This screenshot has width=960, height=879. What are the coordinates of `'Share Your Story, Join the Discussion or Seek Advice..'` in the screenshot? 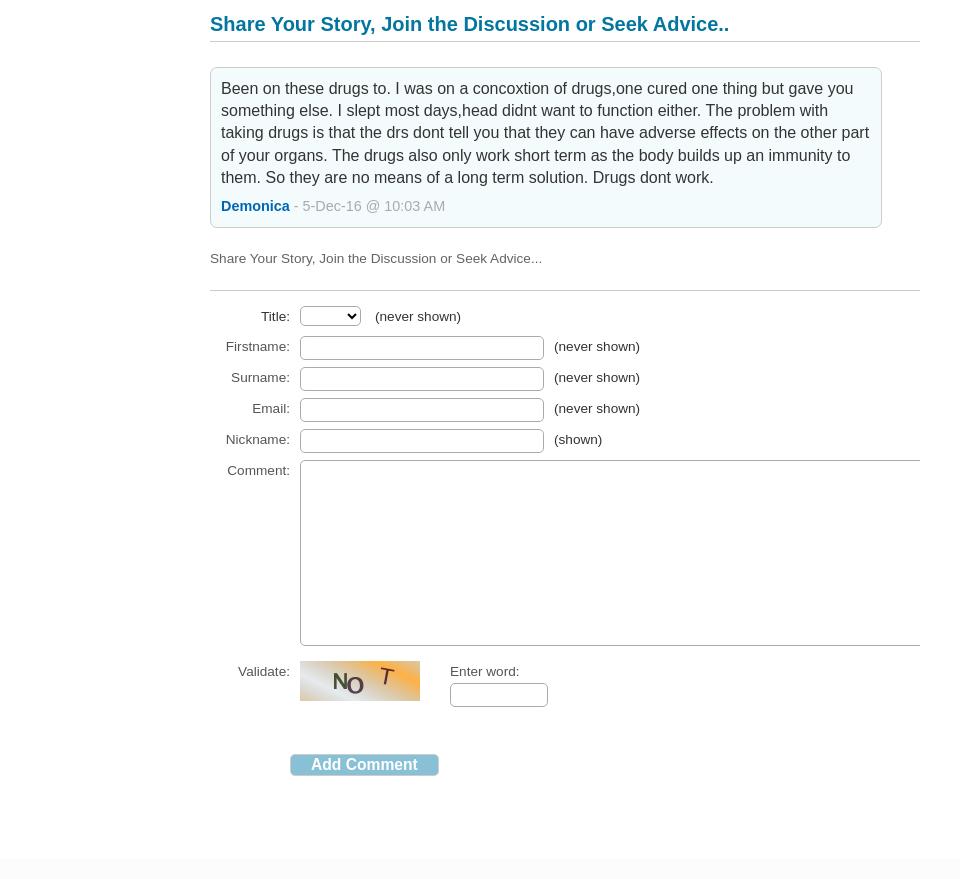 It's located at (469, 22).